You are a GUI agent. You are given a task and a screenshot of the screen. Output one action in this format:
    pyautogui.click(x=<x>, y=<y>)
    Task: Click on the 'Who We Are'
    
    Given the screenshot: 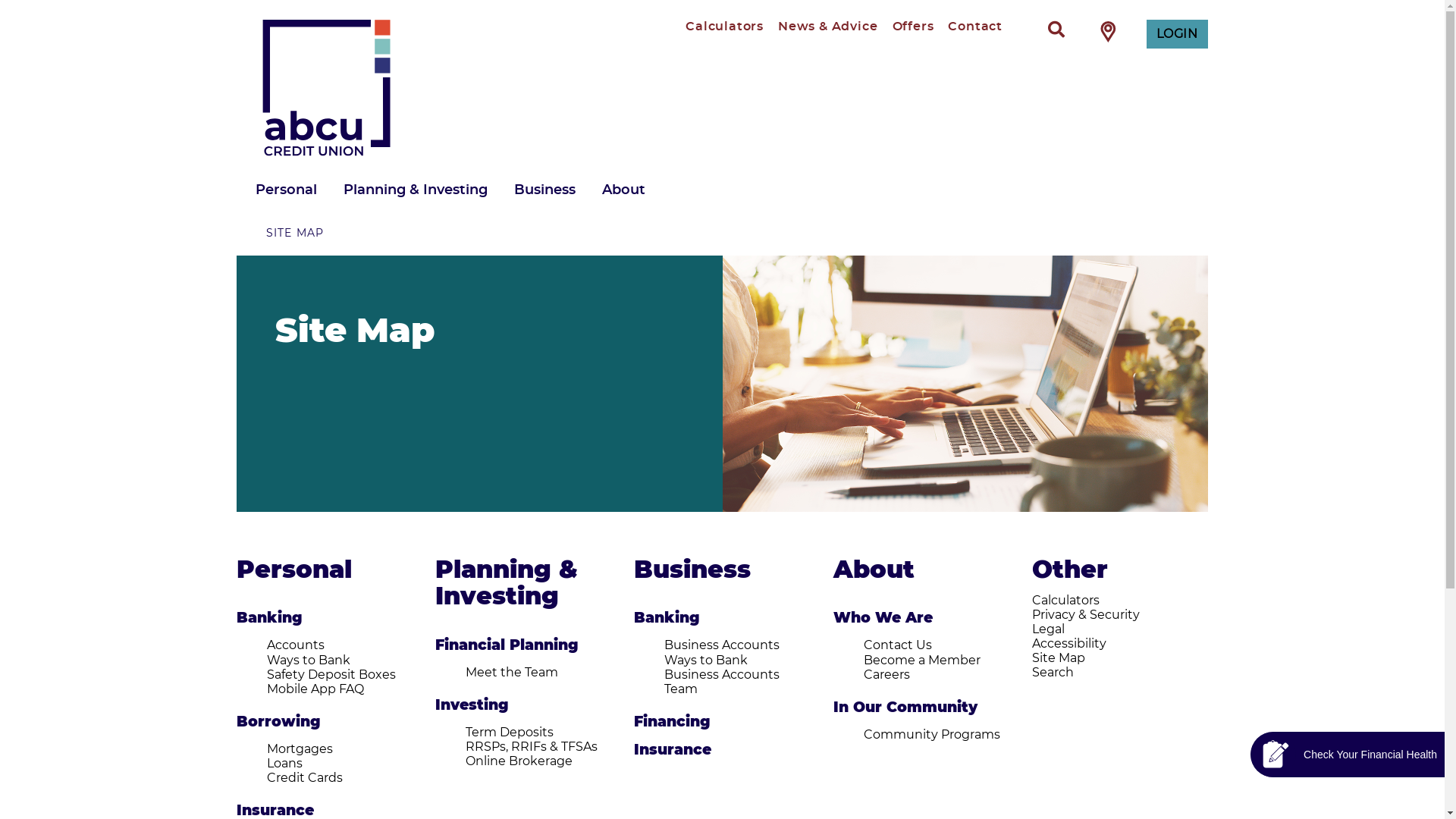 What is the action you would take?
    pyautogui.click(x=833, y=618)
    